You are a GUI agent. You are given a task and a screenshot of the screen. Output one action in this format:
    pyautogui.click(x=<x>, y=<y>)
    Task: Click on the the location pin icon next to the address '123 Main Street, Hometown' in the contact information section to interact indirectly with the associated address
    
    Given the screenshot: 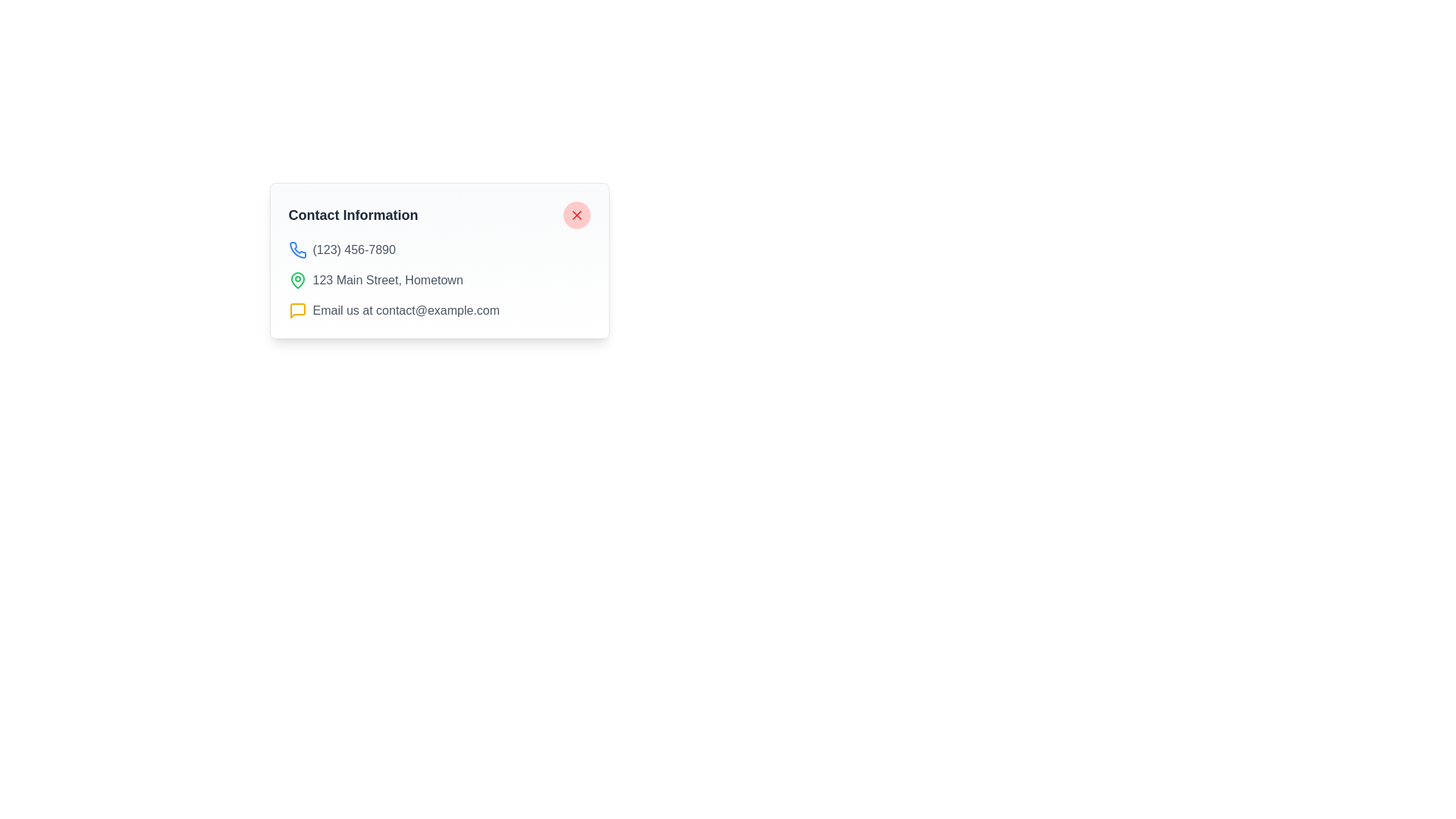 What is the action you would take?
    pyautogui.click(x=297, y=281)
    